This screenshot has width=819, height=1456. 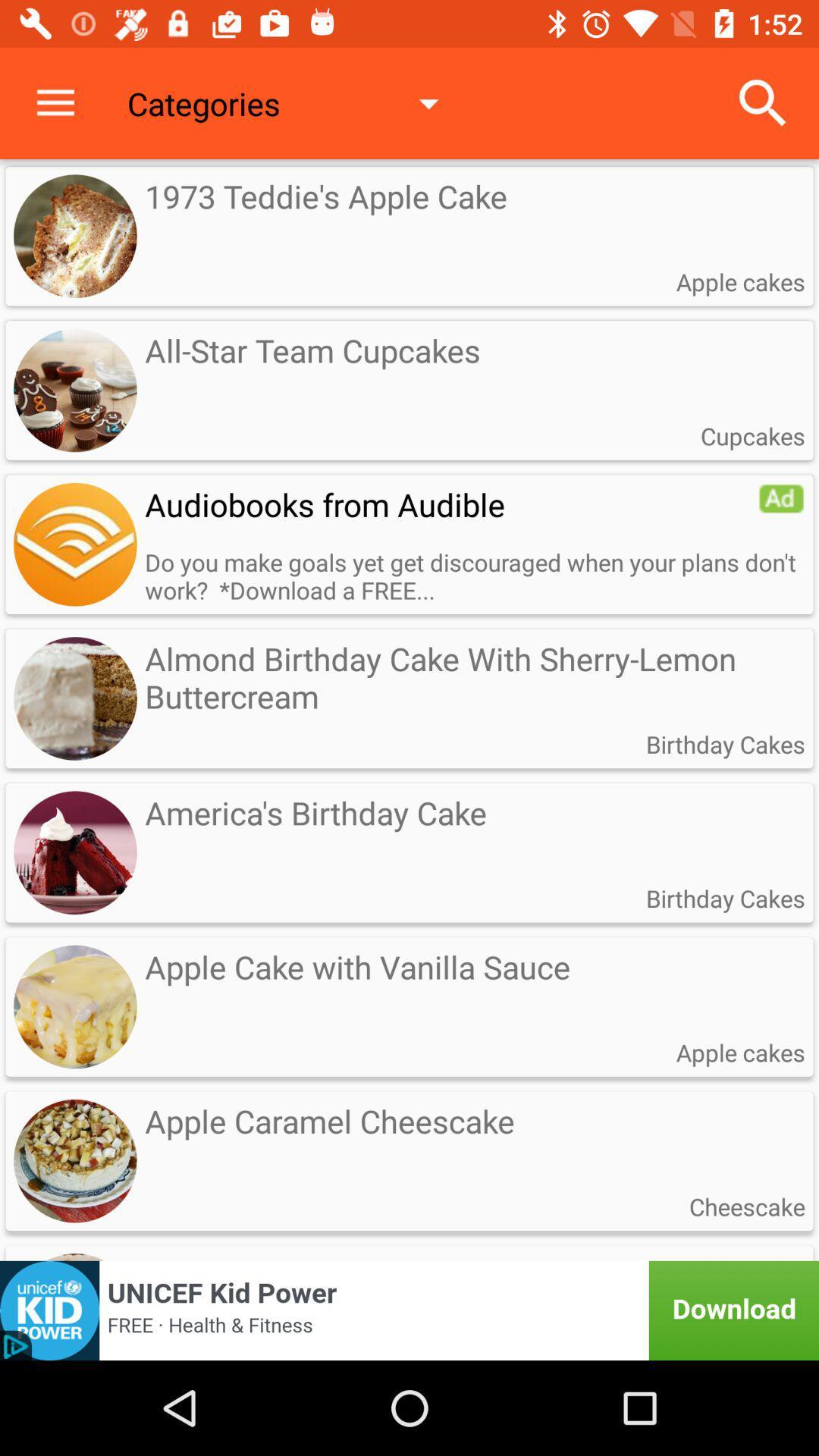 What do you see at coordinates (763, 102) in the screenshot?
I see `icon next to categories item` at bounding box center [763, 102].